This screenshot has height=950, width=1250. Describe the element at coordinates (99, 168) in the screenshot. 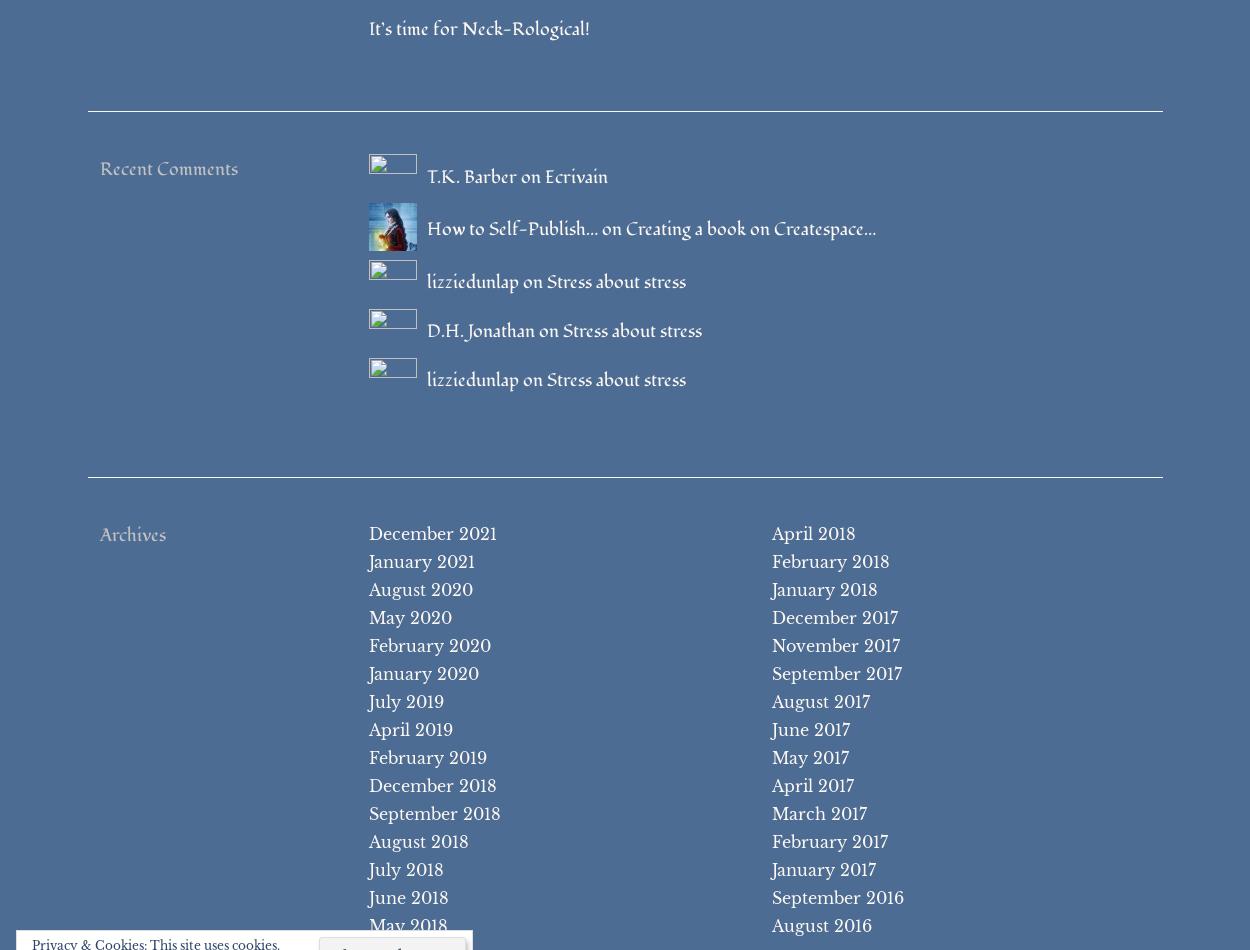

I see `'Recent Comments'` at that location.